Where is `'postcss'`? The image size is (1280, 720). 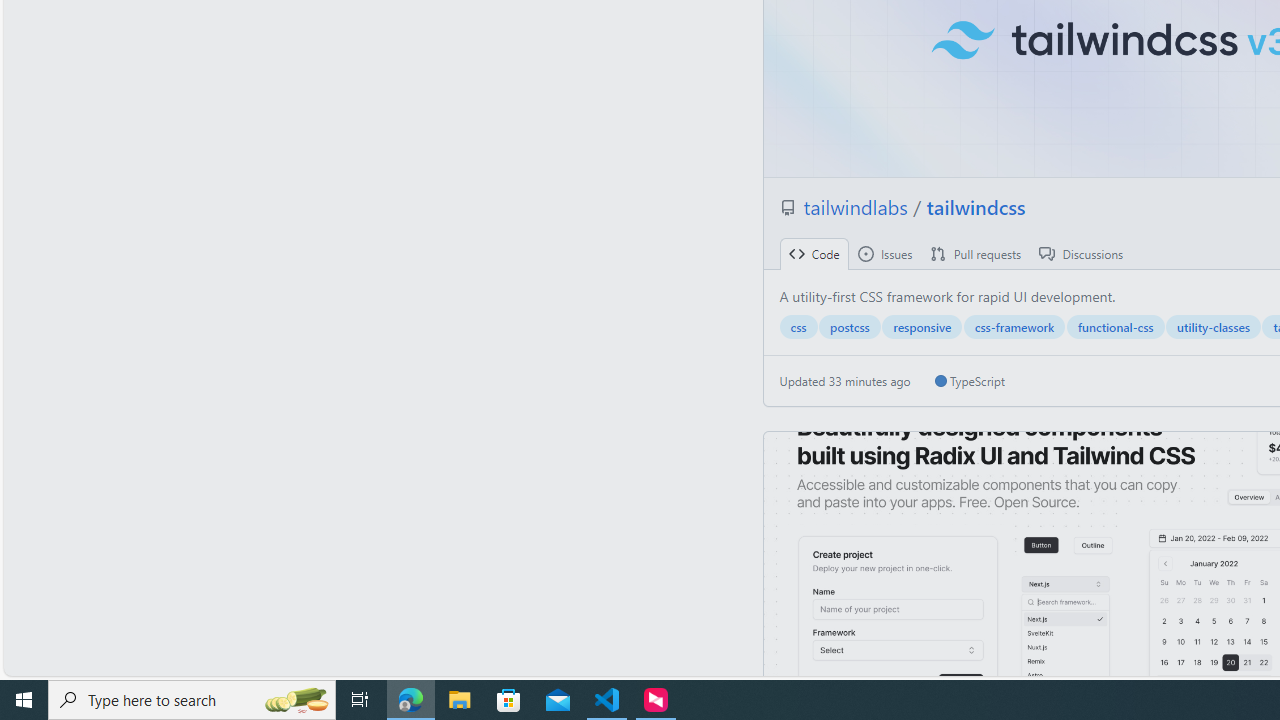
'postcss' is located at coordinates (849, 326).